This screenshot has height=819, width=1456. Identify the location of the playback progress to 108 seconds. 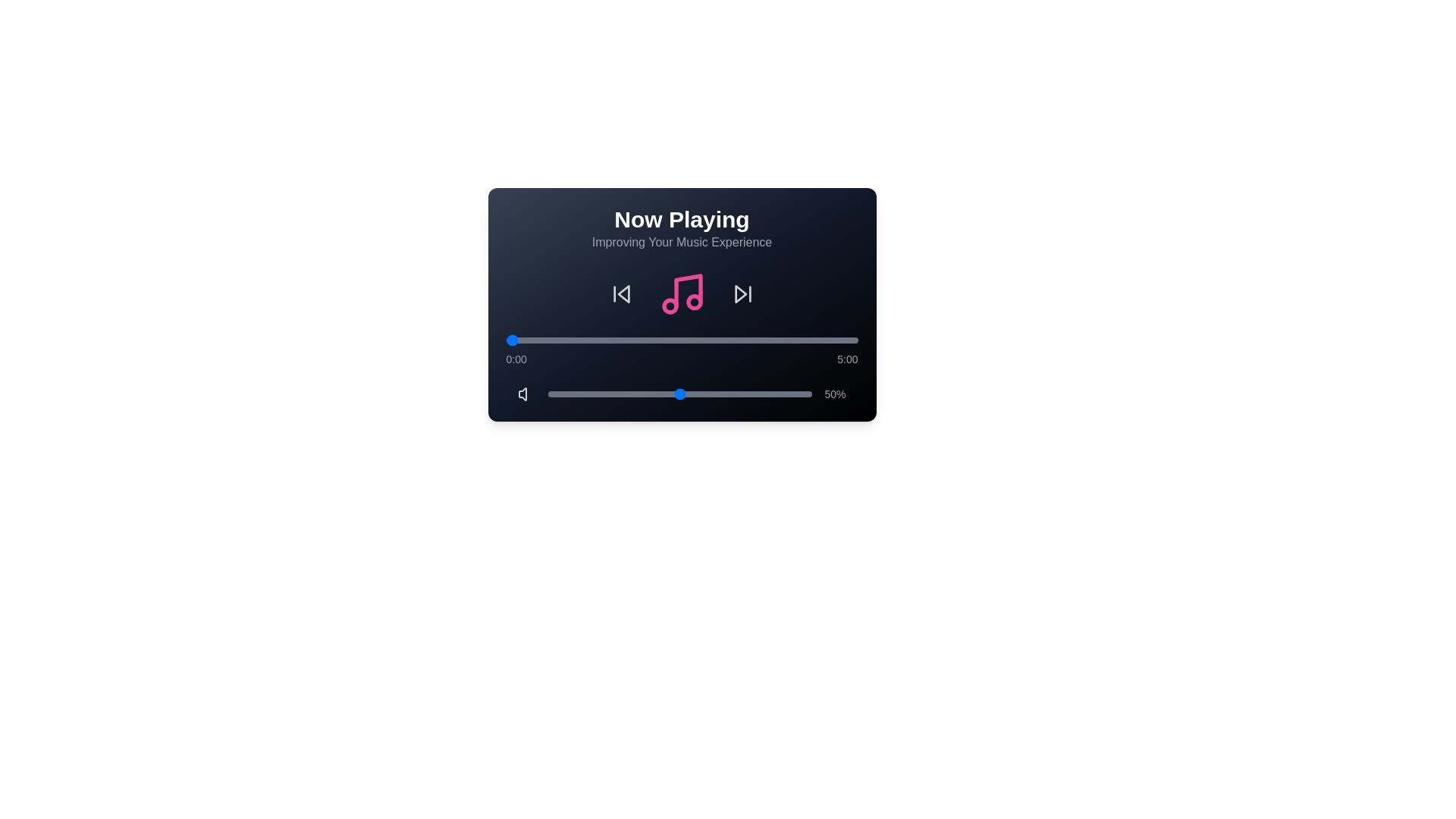
(632, 339).